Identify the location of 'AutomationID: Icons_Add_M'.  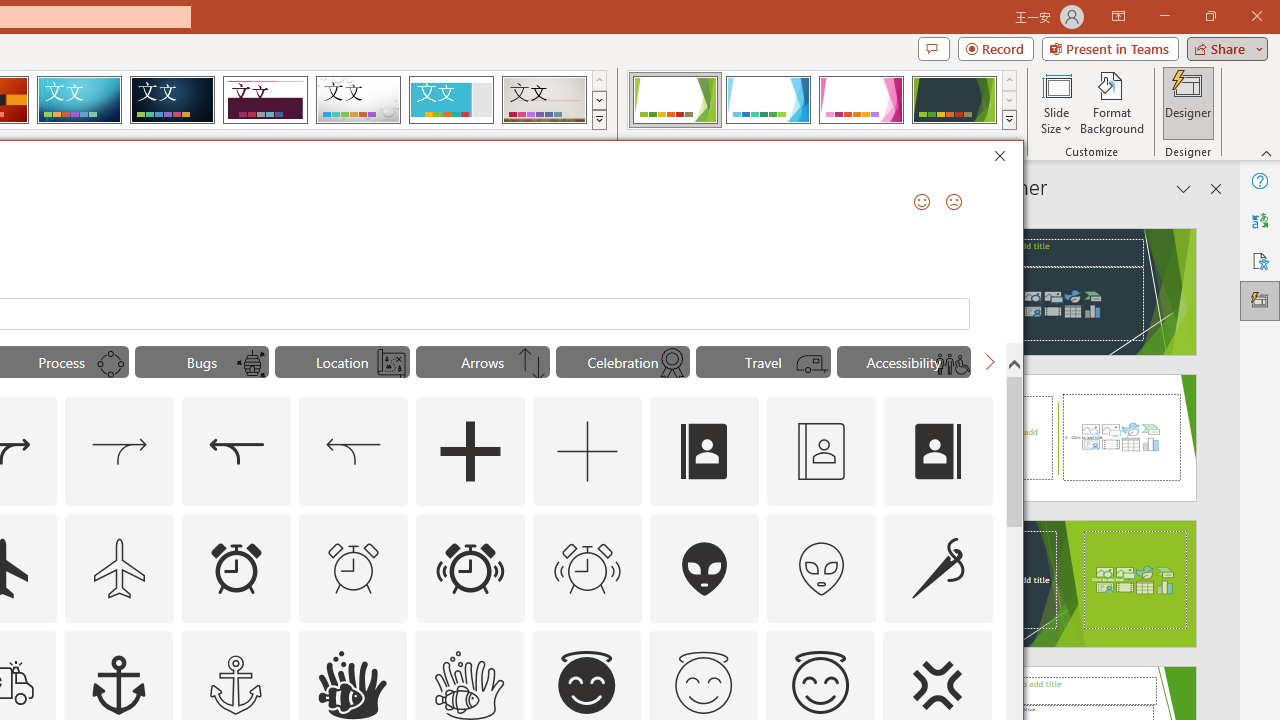
(587, 452).